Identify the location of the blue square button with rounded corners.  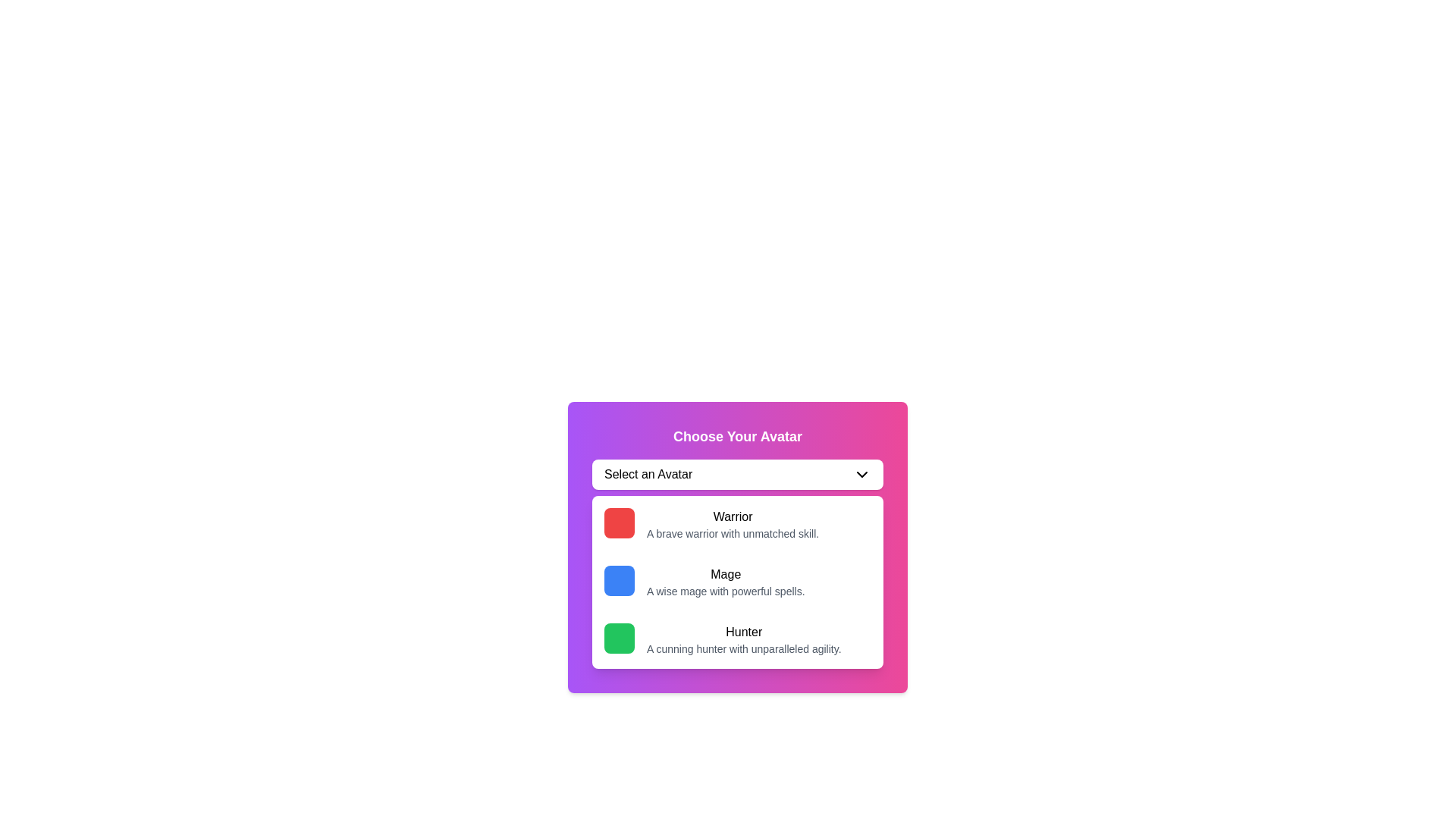
(619, 580).